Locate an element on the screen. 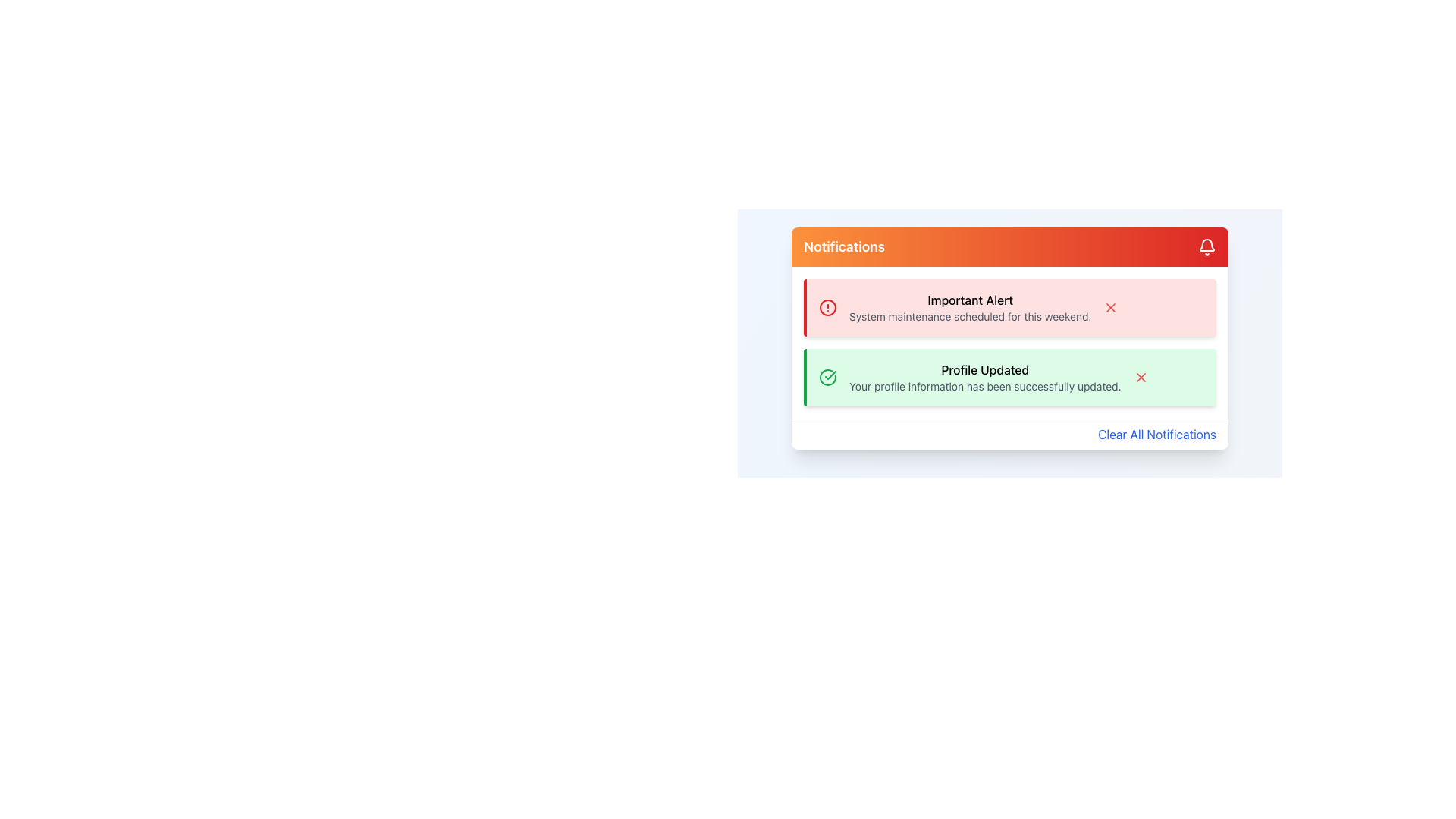 This screenshot has height=819, width=1456. text label that informs the user about a scheduled system maintenance event, located within the red-alert notification box under the header 'Important Alert' is located at coordinates (969, 315).